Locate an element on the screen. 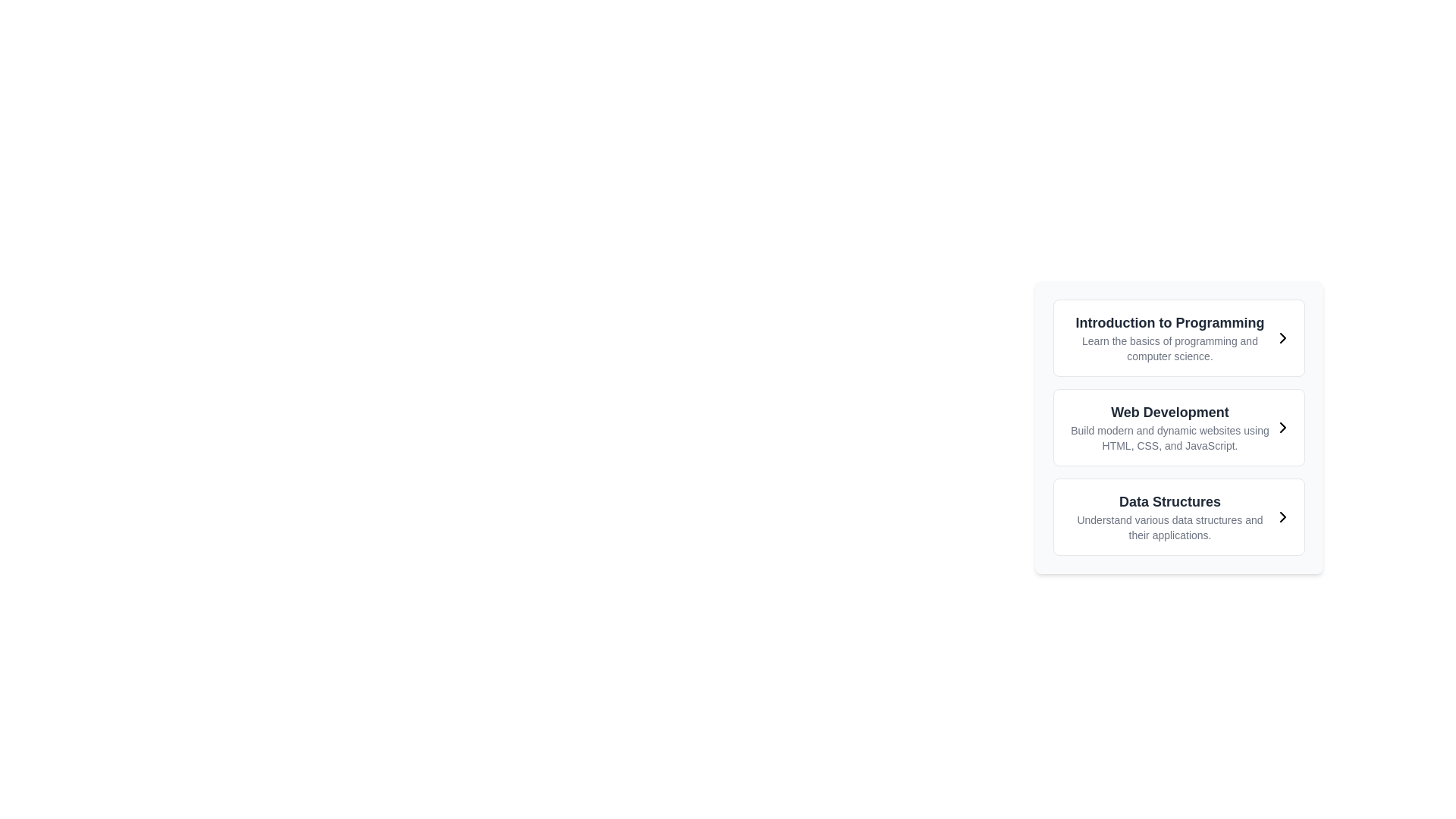 This screenshot has width=1456, height=819. the right-pointing arrow icon located at the far right of the tile labeled 'Data Structures' is located at coordinates (1282, 516).